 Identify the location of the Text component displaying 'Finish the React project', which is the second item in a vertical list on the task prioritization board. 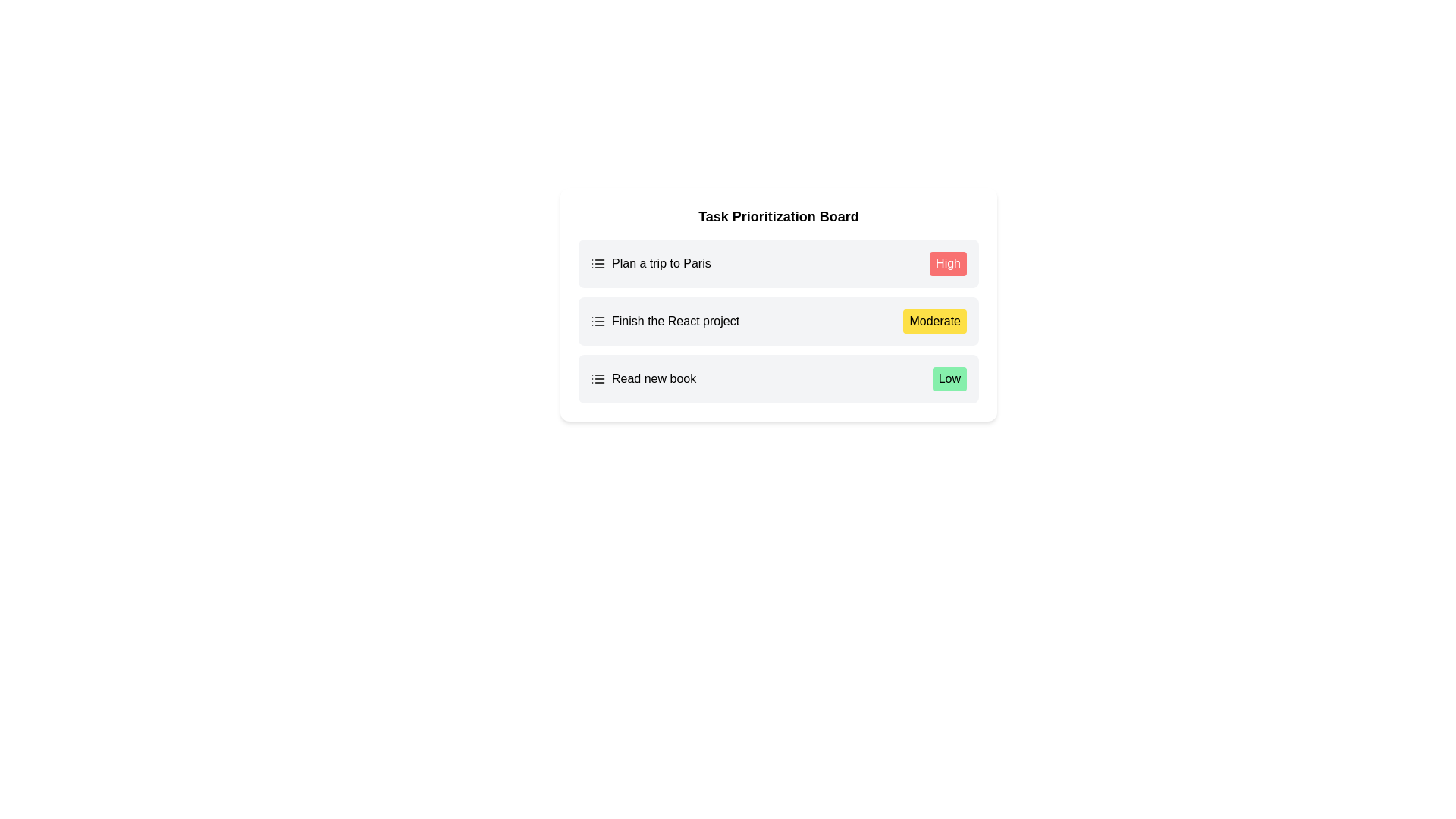
(675, 321).